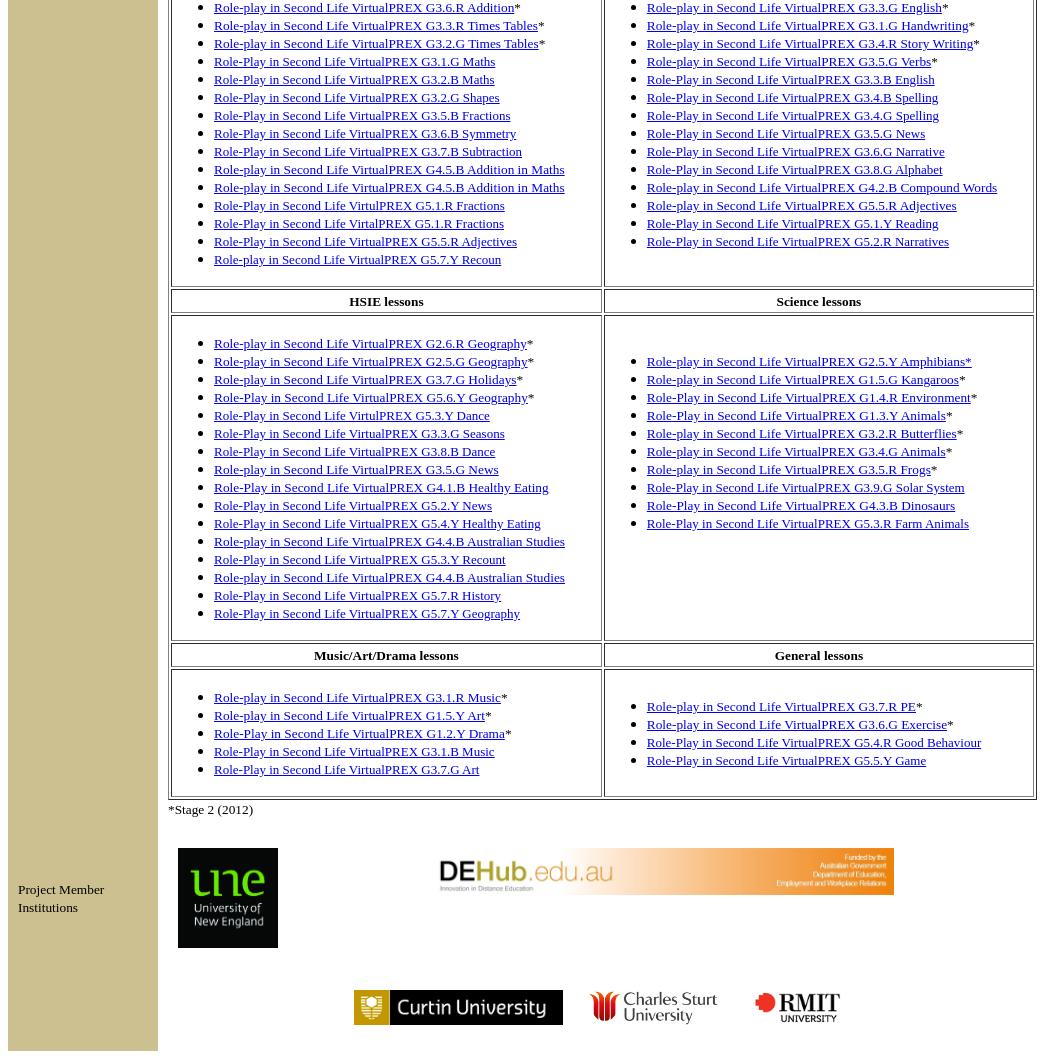 This screenshot has height=1059, width=1047. Describe the element at coordinates (790, 97) in the screenshot. I see `'Role-Play in Second Life VirtualPREX G3.4.B Spelling'` at that location.